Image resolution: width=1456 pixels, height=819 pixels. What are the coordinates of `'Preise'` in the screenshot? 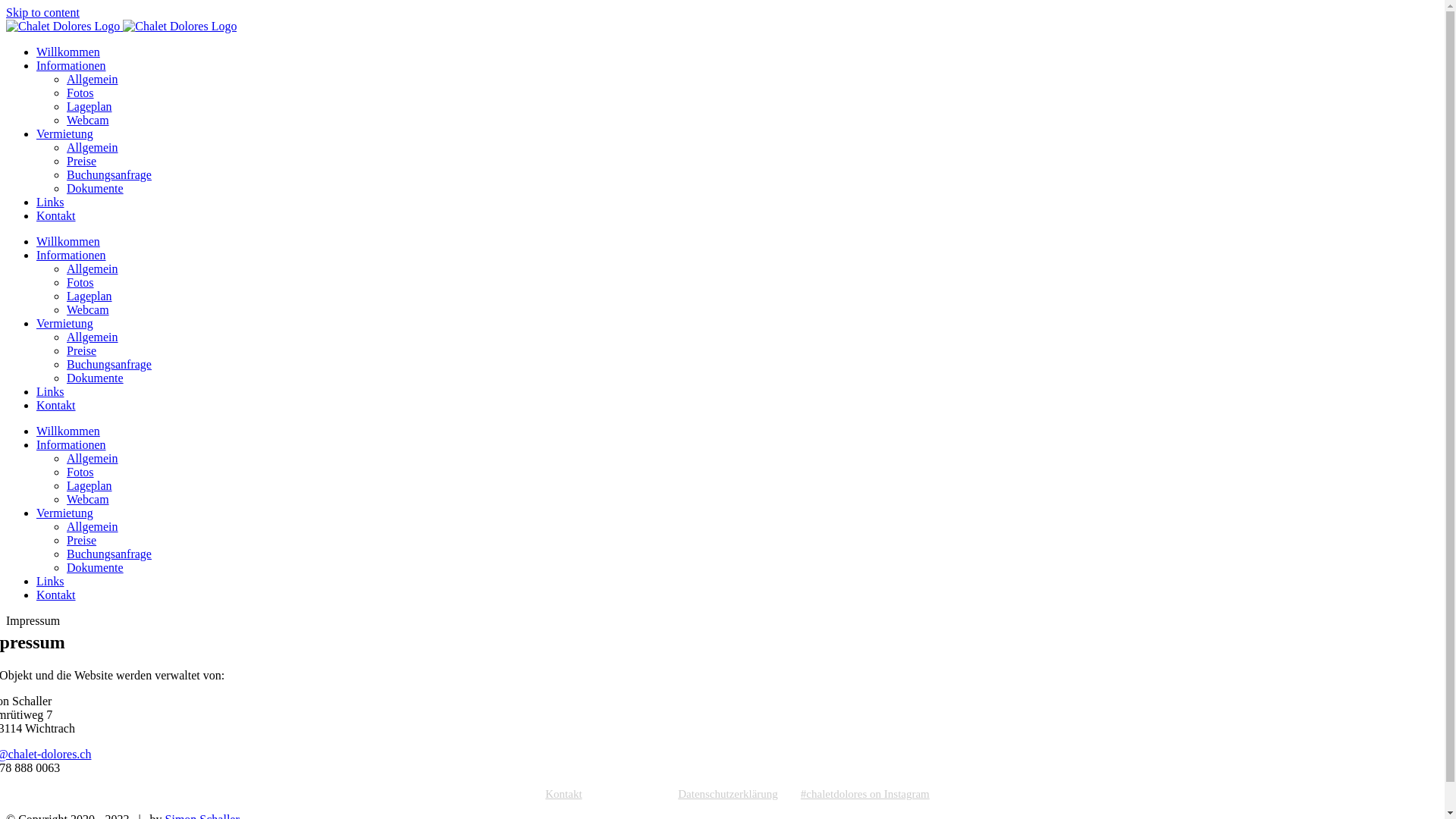 It's located at (80, 539).